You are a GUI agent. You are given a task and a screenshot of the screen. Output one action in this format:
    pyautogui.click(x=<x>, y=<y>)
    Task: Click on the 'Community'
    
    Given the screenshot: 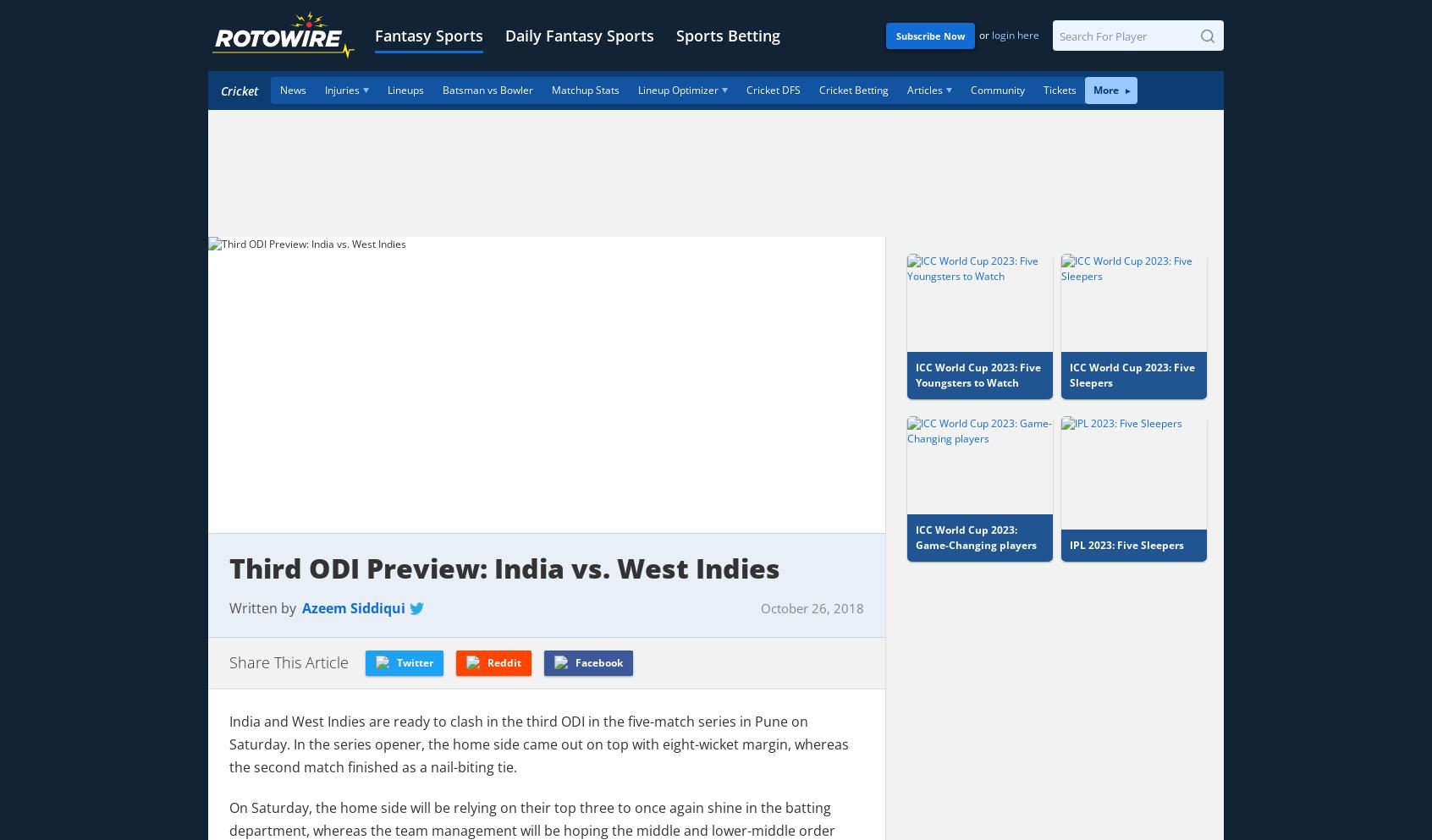 What is the action you would take?
    pyautogui.click(x=970, y=89)
    